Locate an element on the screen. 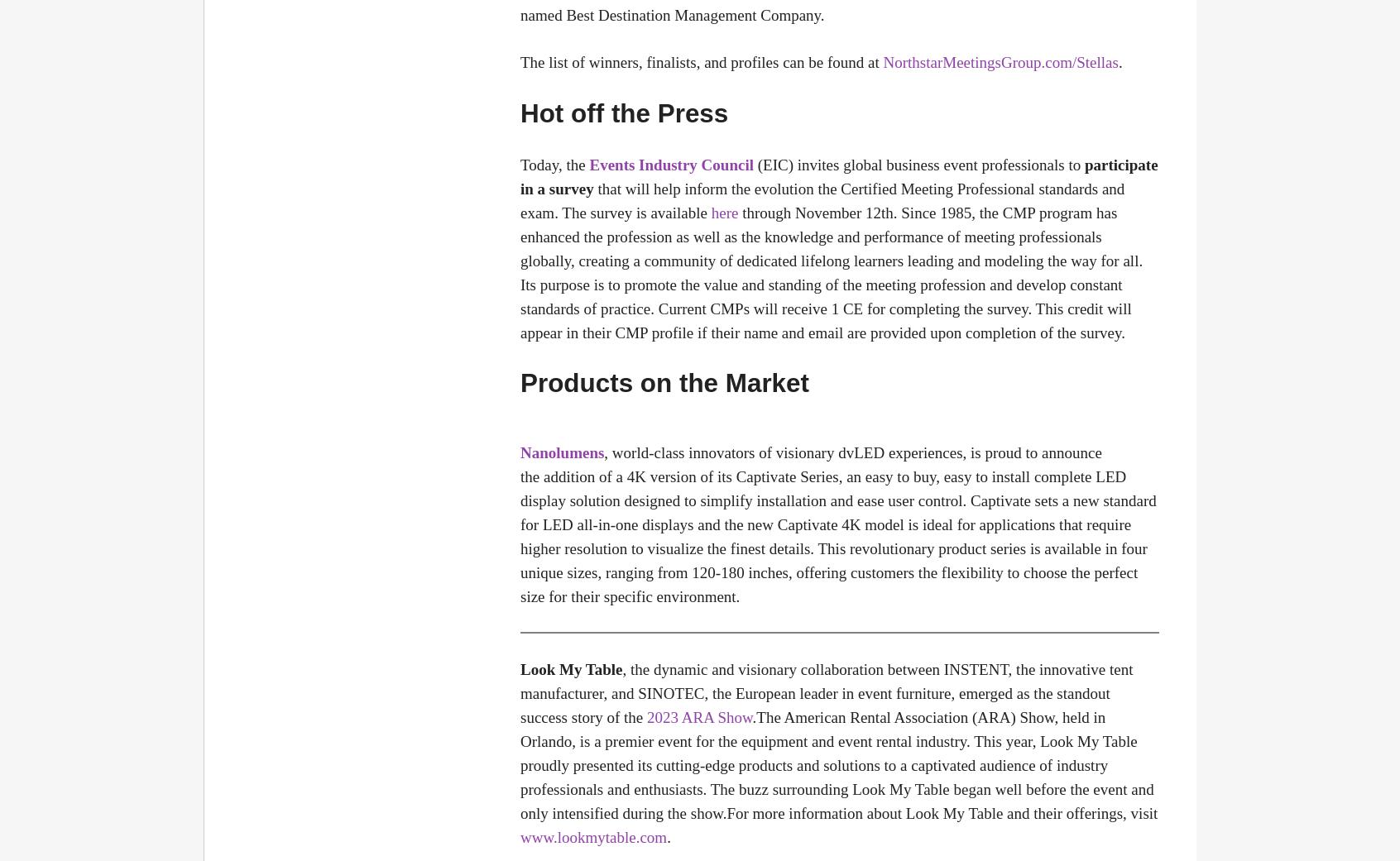 Image resolution: width=1400 pixels, height=861 pixels. 'Hot off the Press' is located at coordinates (623, 112).